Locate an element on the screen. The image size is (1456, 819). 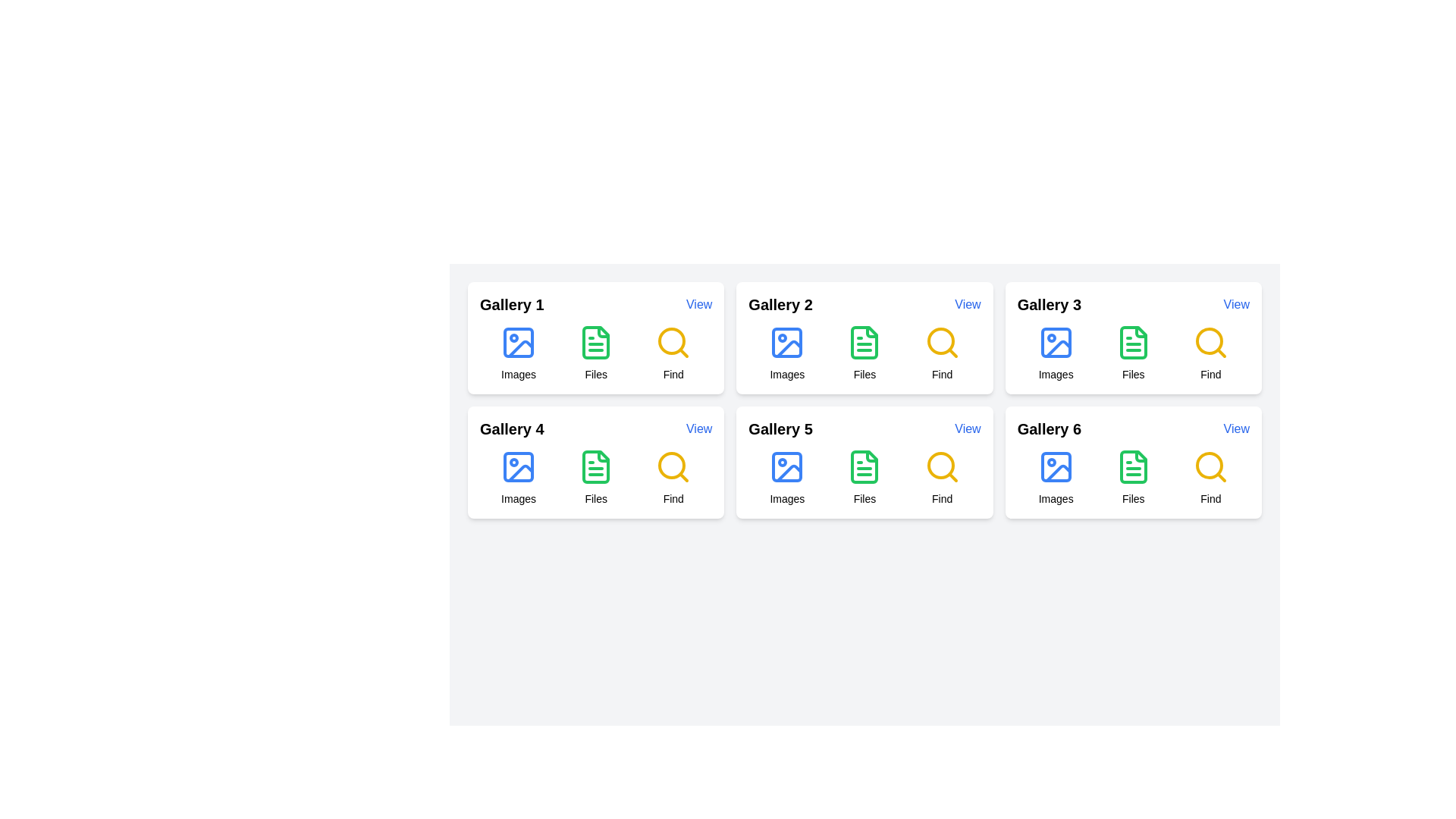
the Icon with label representing files, located in the second position between the 'Images' and 'Find' icons in the 'Gallery 3' group is located at coordinates (1133, 353).